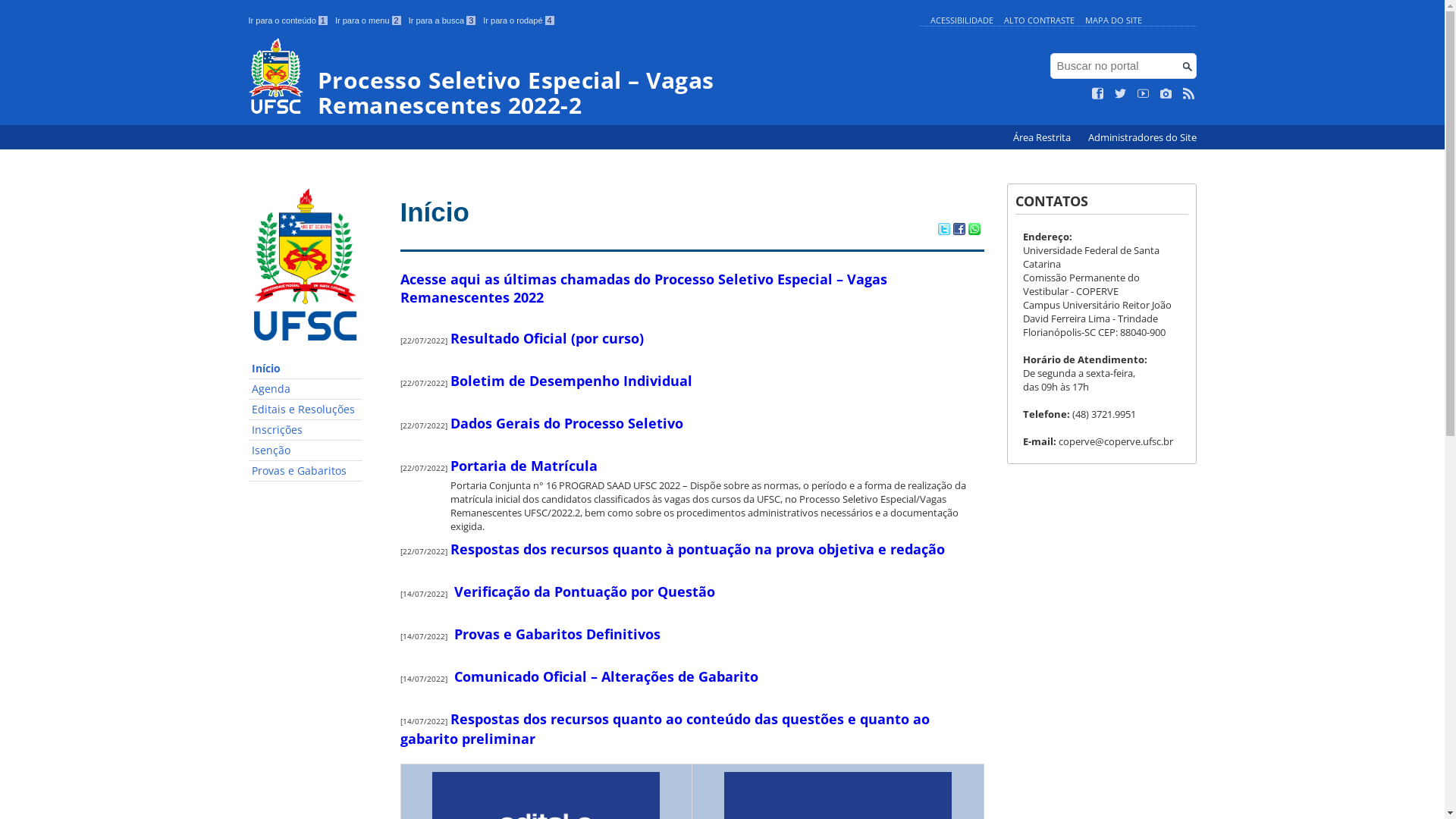 This screenshot has width=1456, height=819. I want to click on 'Agenda', so click(248, 388).